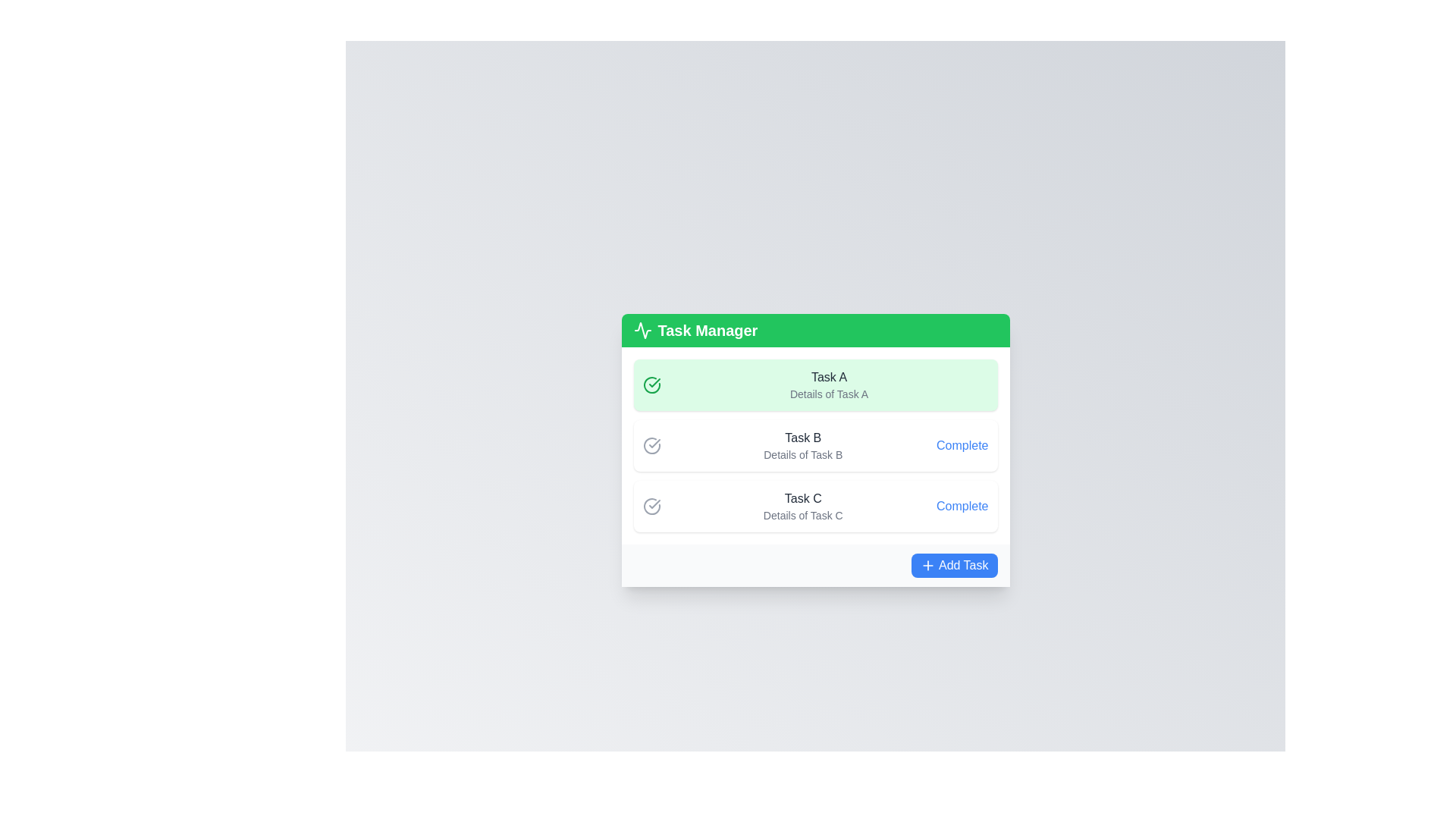 The width and height of the screenshot is (1456, 819). Describe the element at coordinates (654, 504) in the screenshot. I see `the completion status icon for 'Task A' located in the task manager interface, which is situated left of the task title and above its details` at that location.